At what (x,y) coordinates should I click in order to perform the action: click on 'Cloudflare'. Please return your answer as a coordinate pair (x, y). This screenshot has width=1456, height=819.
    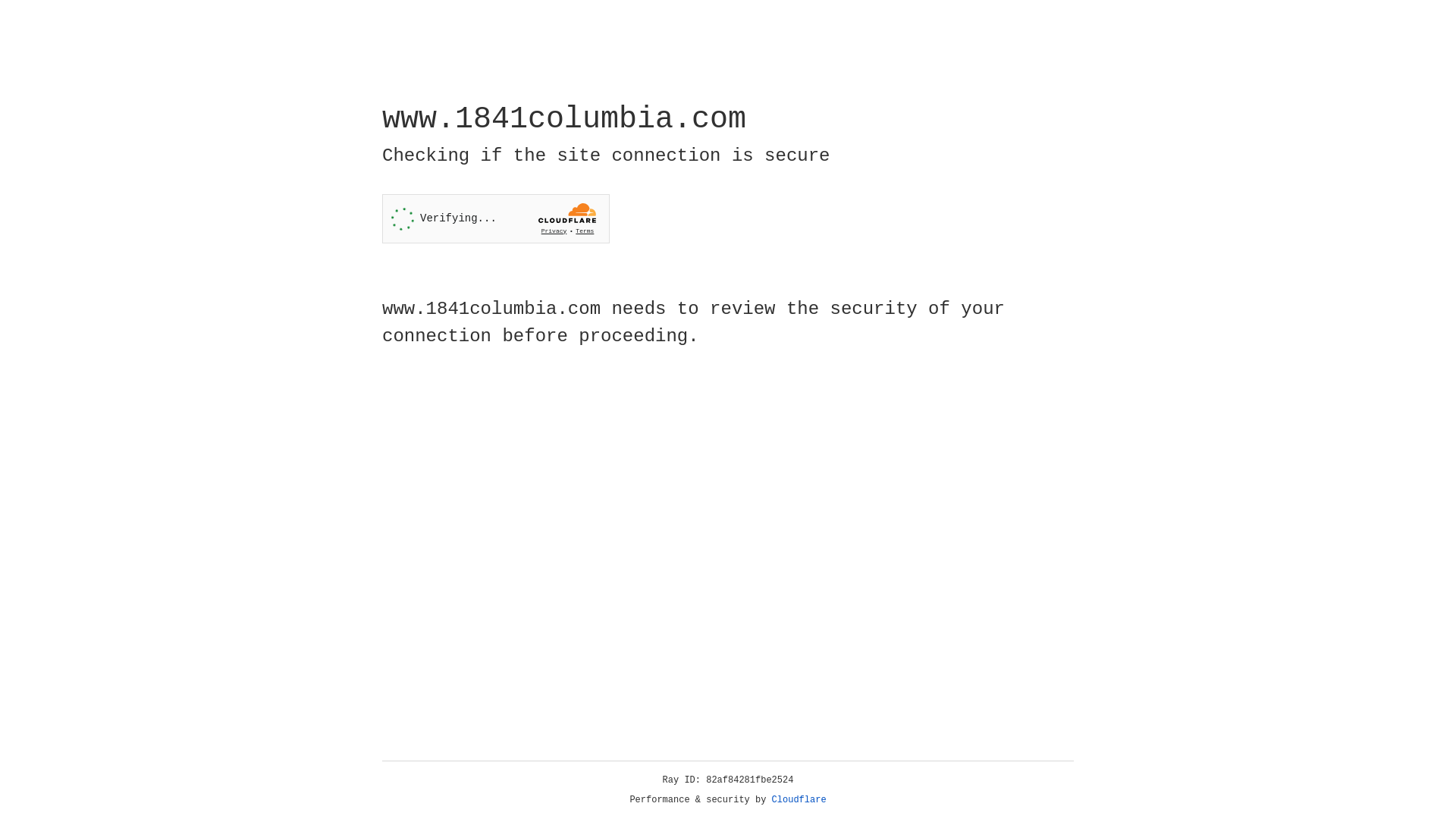
    Looking at the image, I should click on (771, 799).